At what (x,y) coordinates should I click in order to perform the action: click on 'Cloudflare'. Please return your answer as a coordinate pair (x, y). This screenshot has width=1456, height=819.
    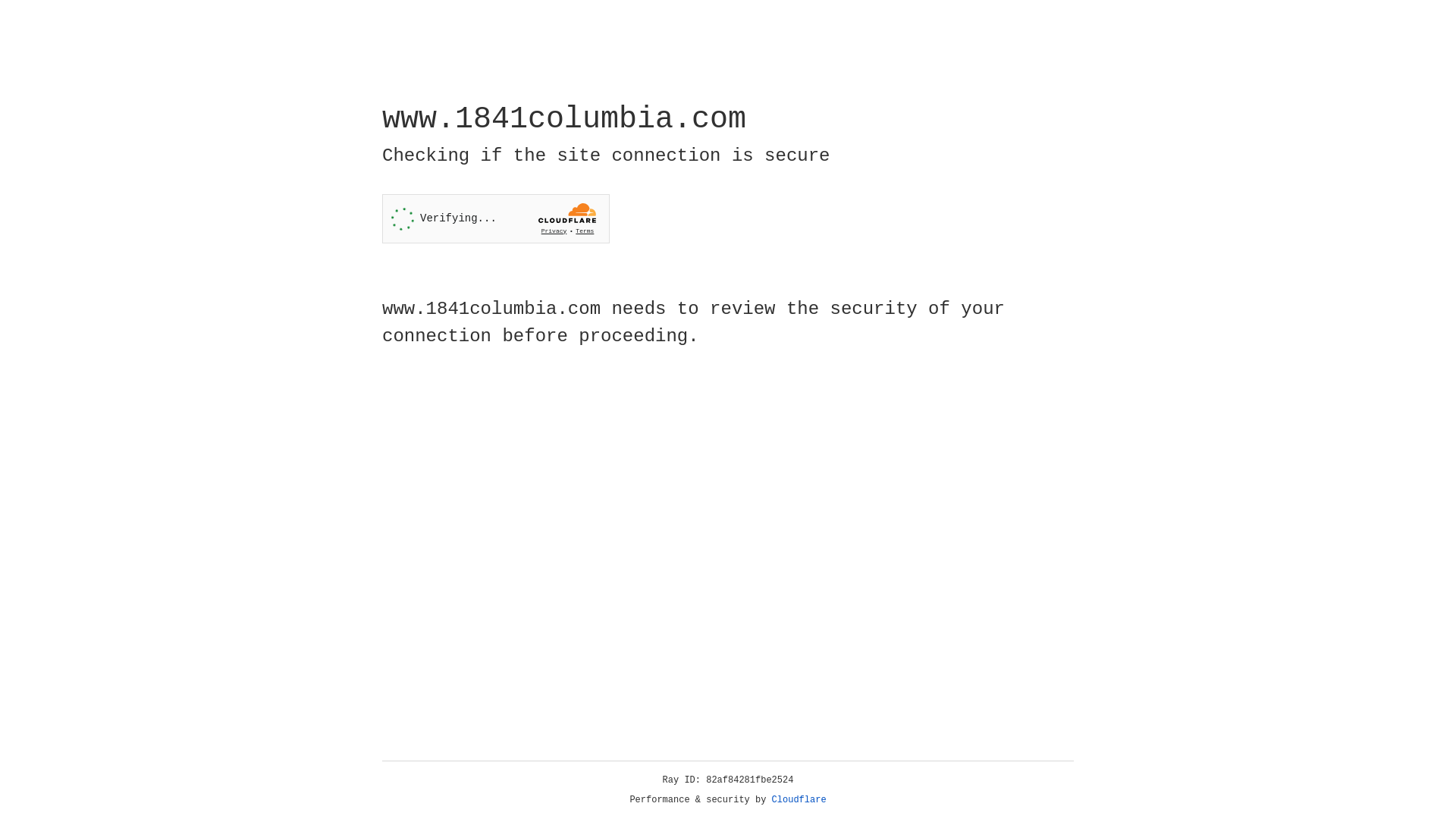
    Looking at the image, I should click on (771, 799).